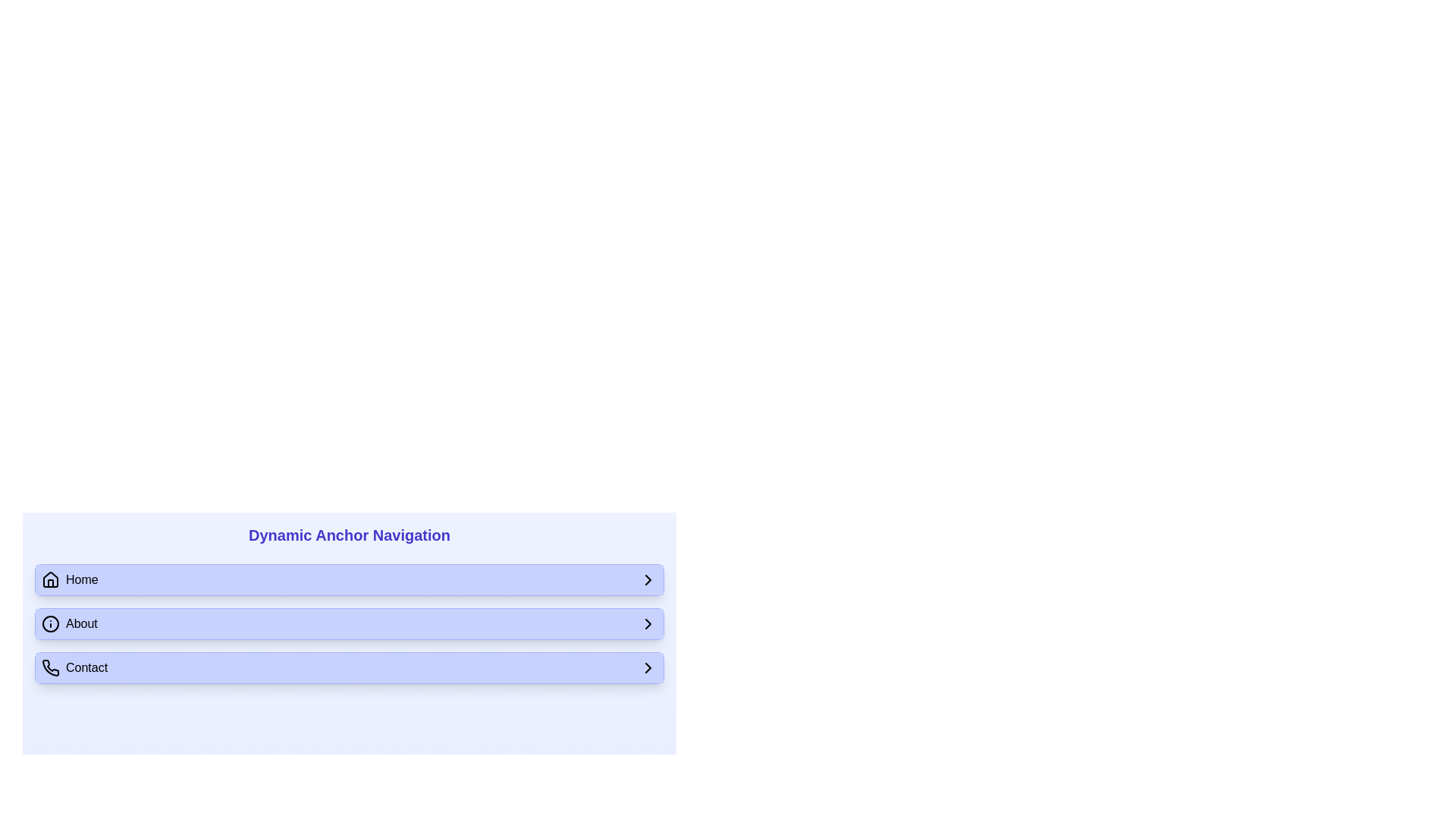 This screenshot has width=1456, height=819. I want to click on the 'Contact' Navigation Button, which features a phone icon and bold text, located in the bottom-most row of the sidebar navigation panel, so click(74, 667).